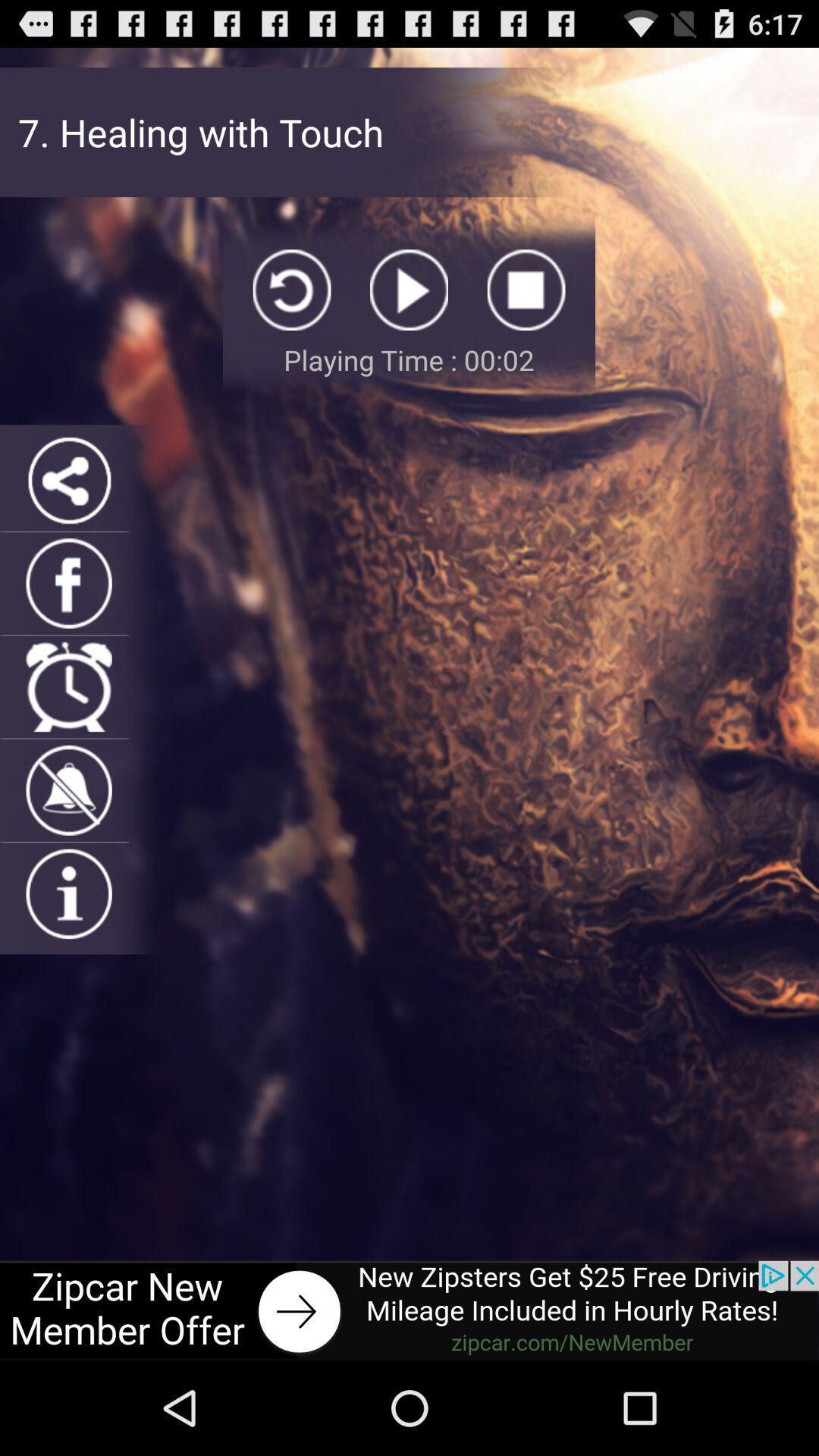 The image size is (819, 1456). I want to click on mute sound, so click(69, 789).